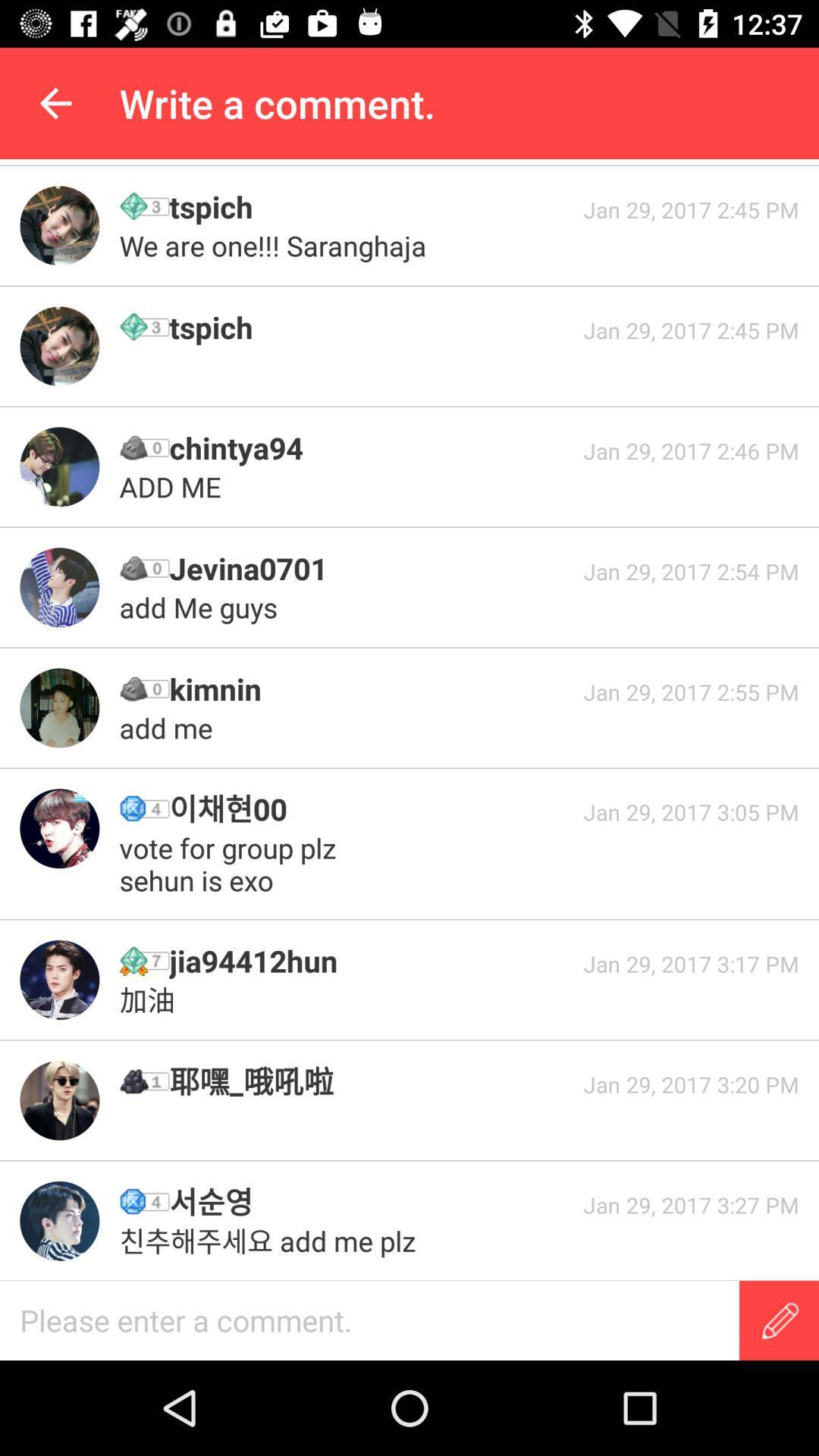 The height and width of the screenshot is (1456, 819). Describe the element at coordinates (371, 1201) in the screenshot. I see `item to the left of jan 29 2017` at that location.